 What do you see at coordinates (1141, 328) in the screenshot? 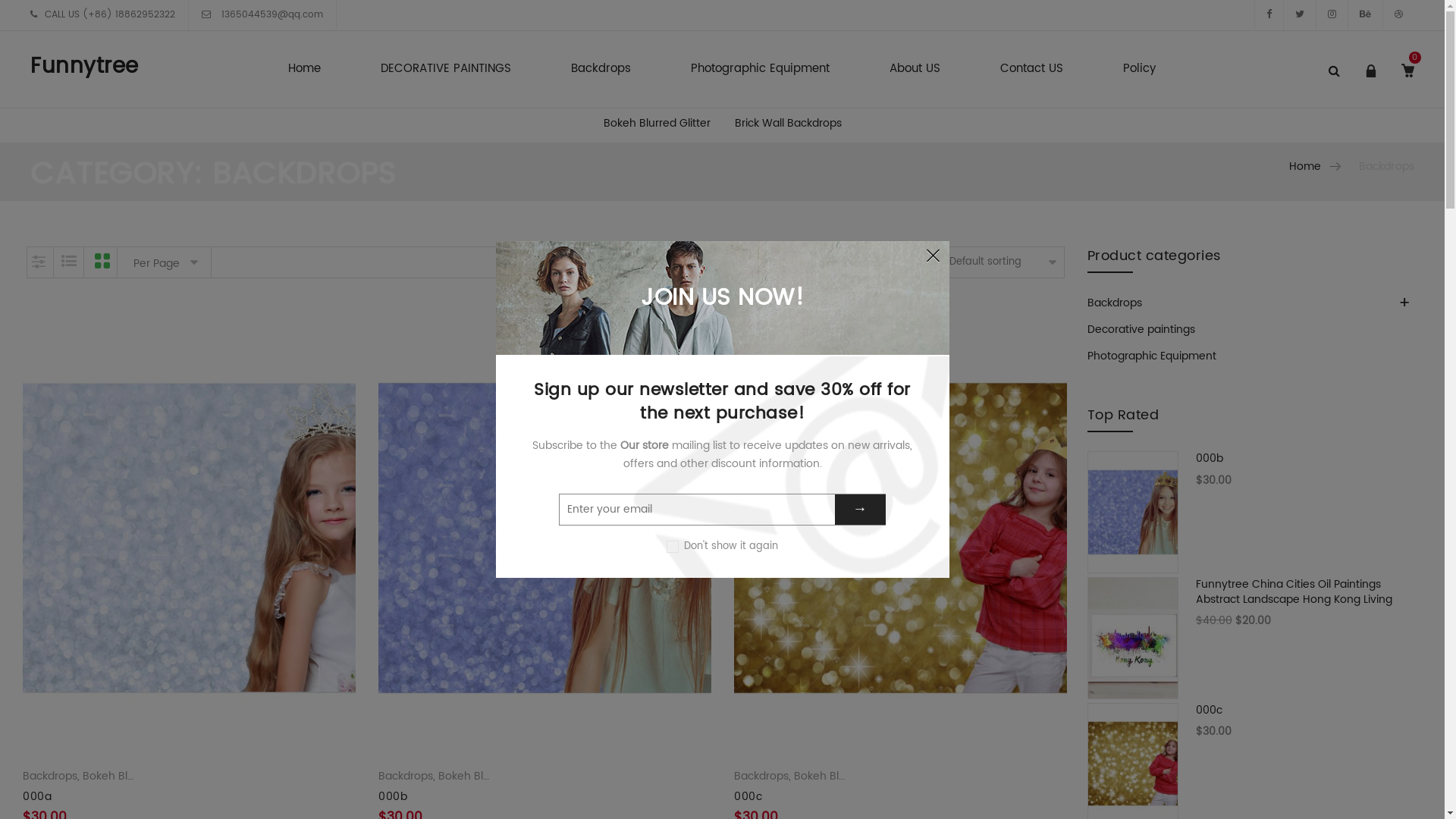
I see `'Decorative paintings'` at bounding box center [1141, 328].